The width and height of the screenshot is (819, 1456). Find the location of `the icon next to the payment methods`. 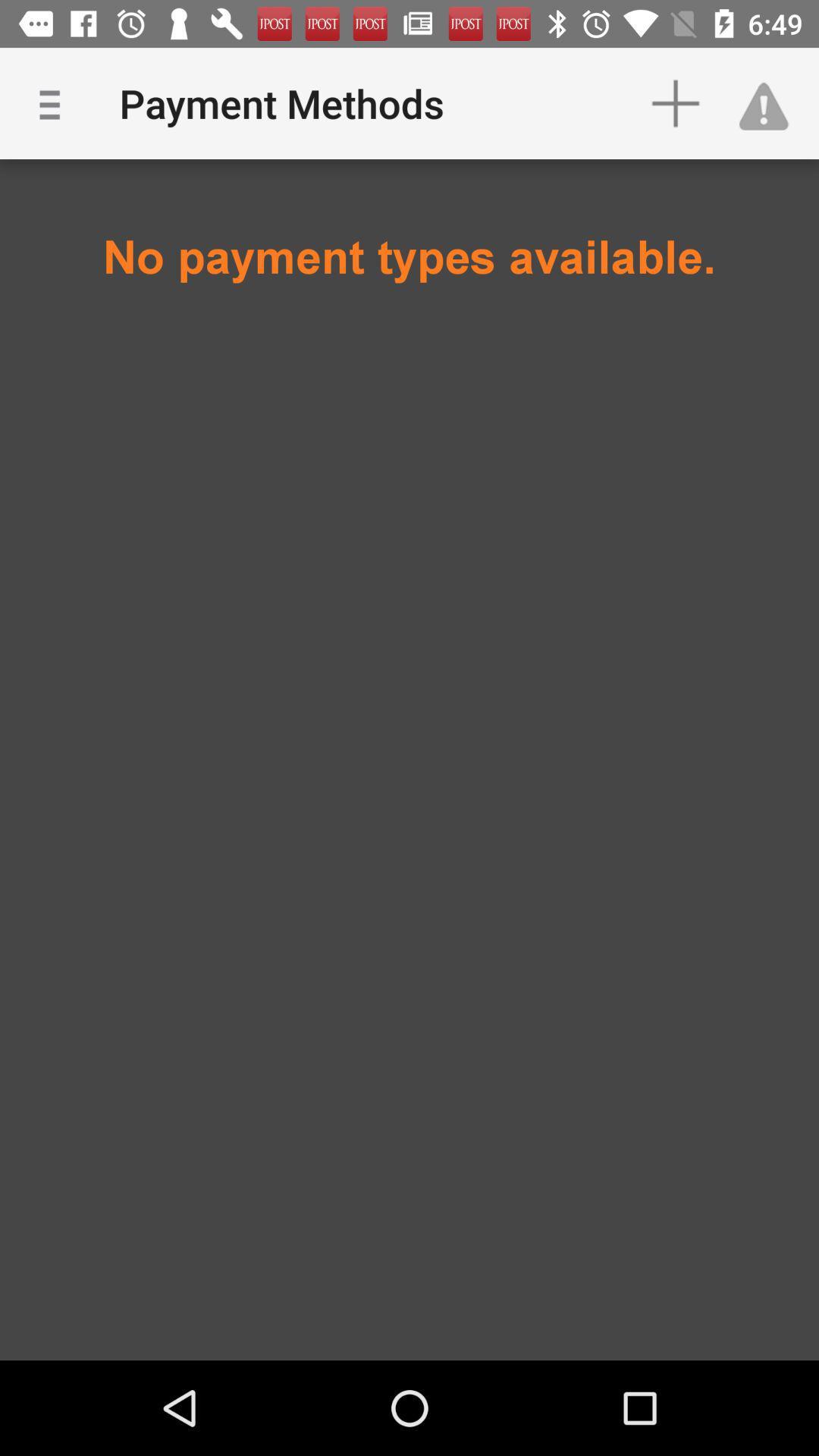

the icon next to the payment methods is located at coordinates (55, 102).